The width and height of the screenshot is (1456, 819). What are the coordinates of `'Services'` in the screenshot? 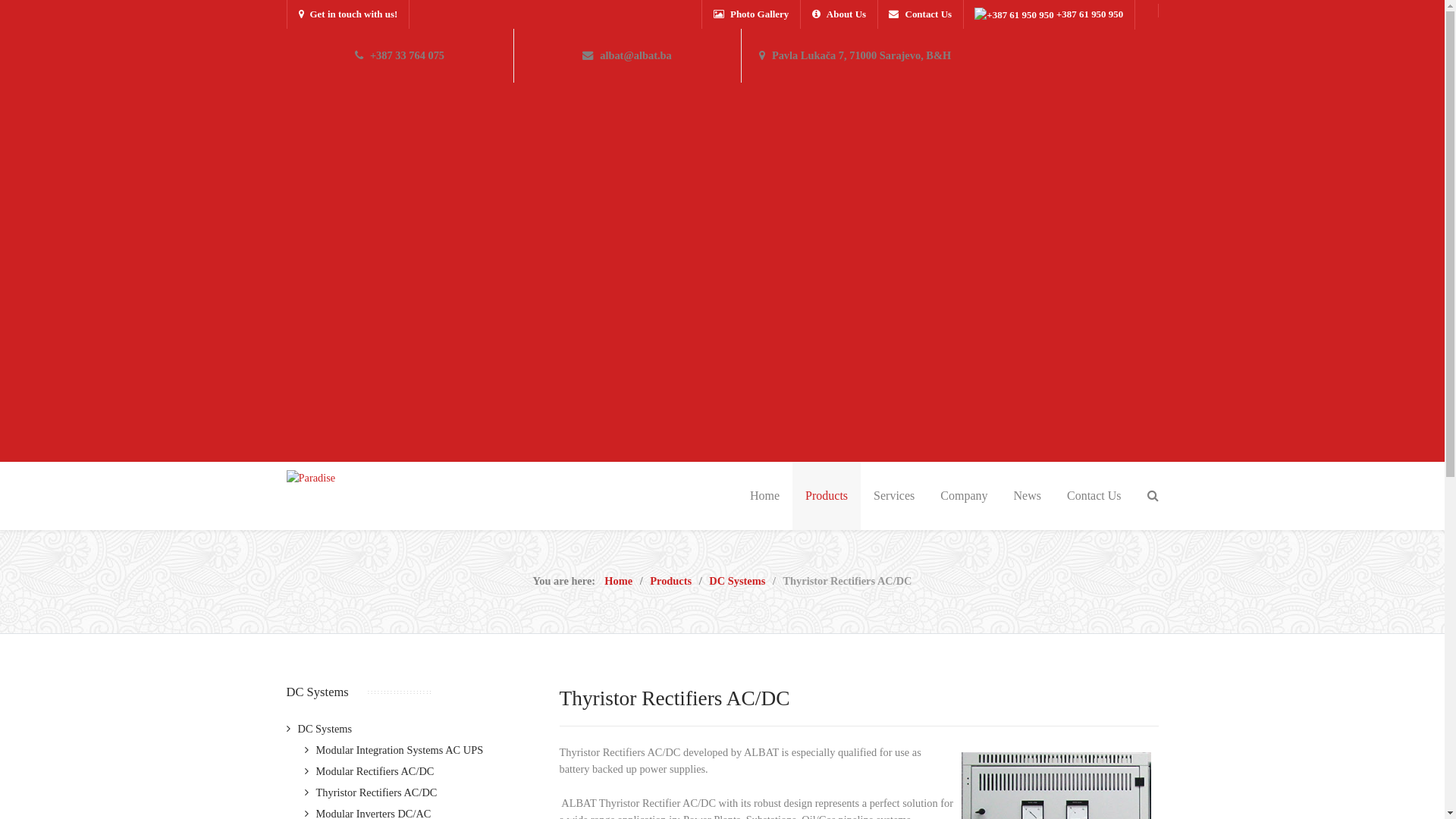 It's located at (894, 496).